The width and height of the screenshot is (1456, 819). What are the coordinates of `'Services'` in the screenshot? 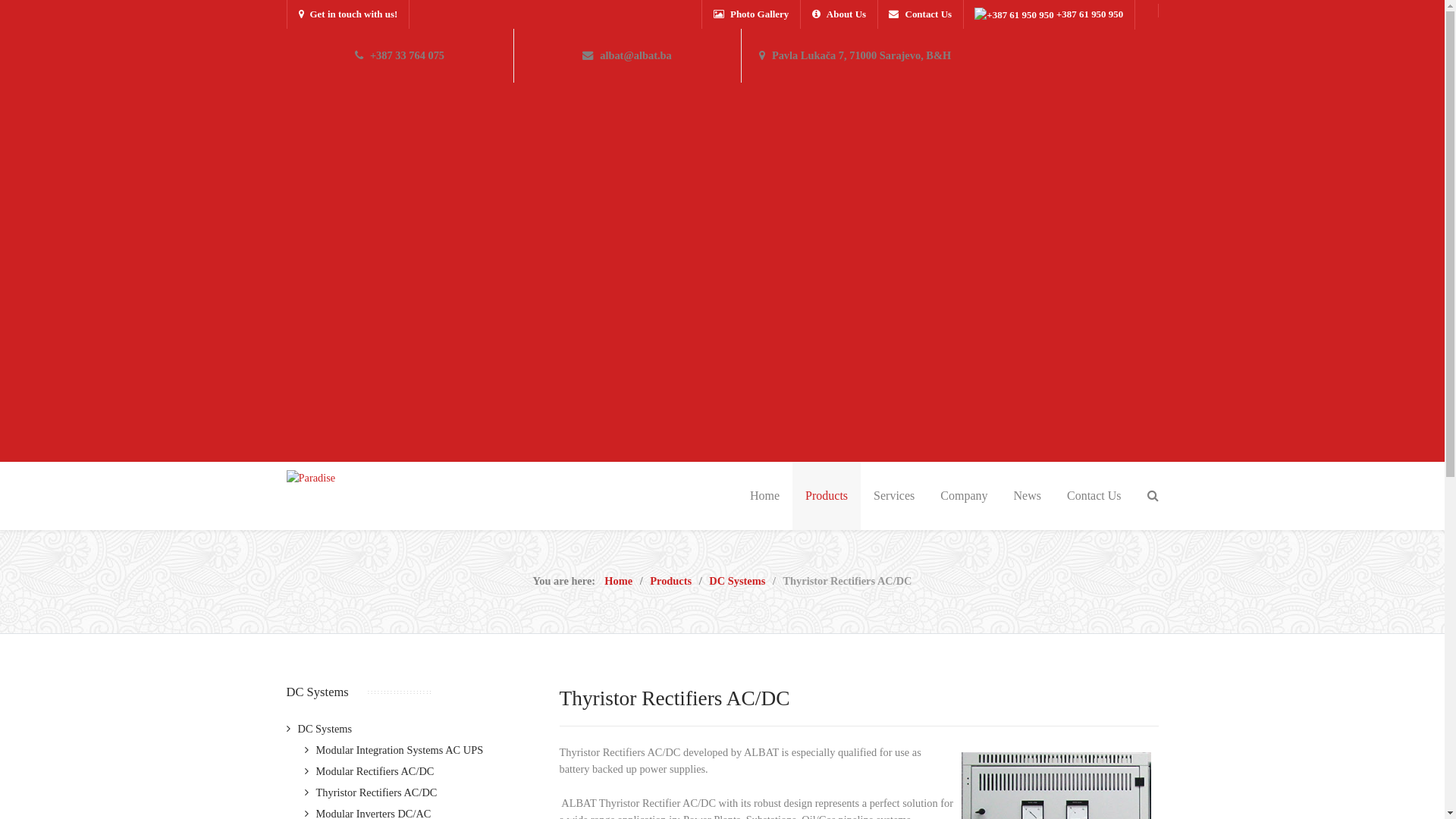 It's located at (894, 496).